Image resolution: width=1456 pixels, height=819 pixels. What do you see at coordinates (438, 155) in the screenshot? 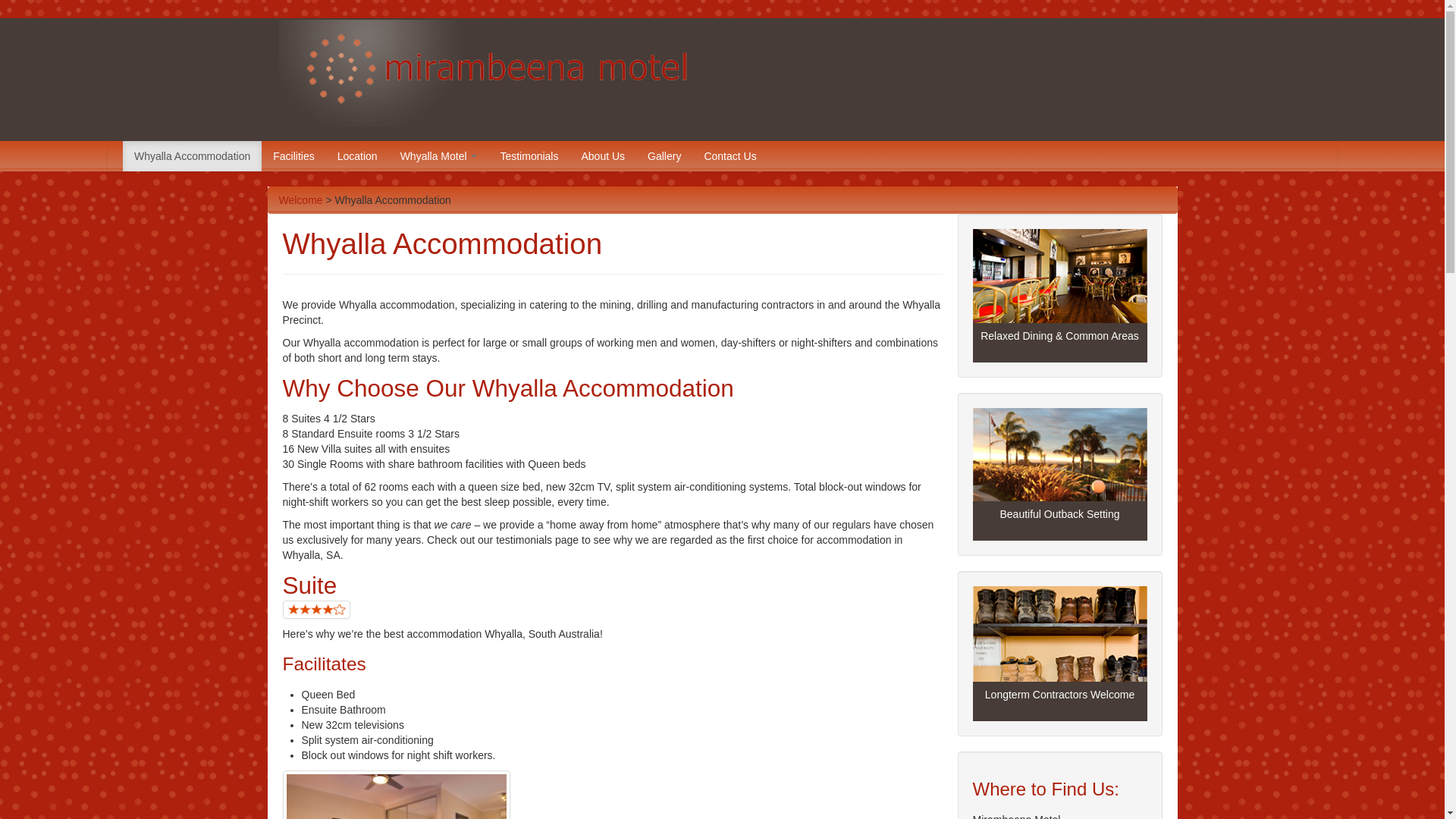
I see `'Whyalla Motel'` at bounding box center [438, 155].